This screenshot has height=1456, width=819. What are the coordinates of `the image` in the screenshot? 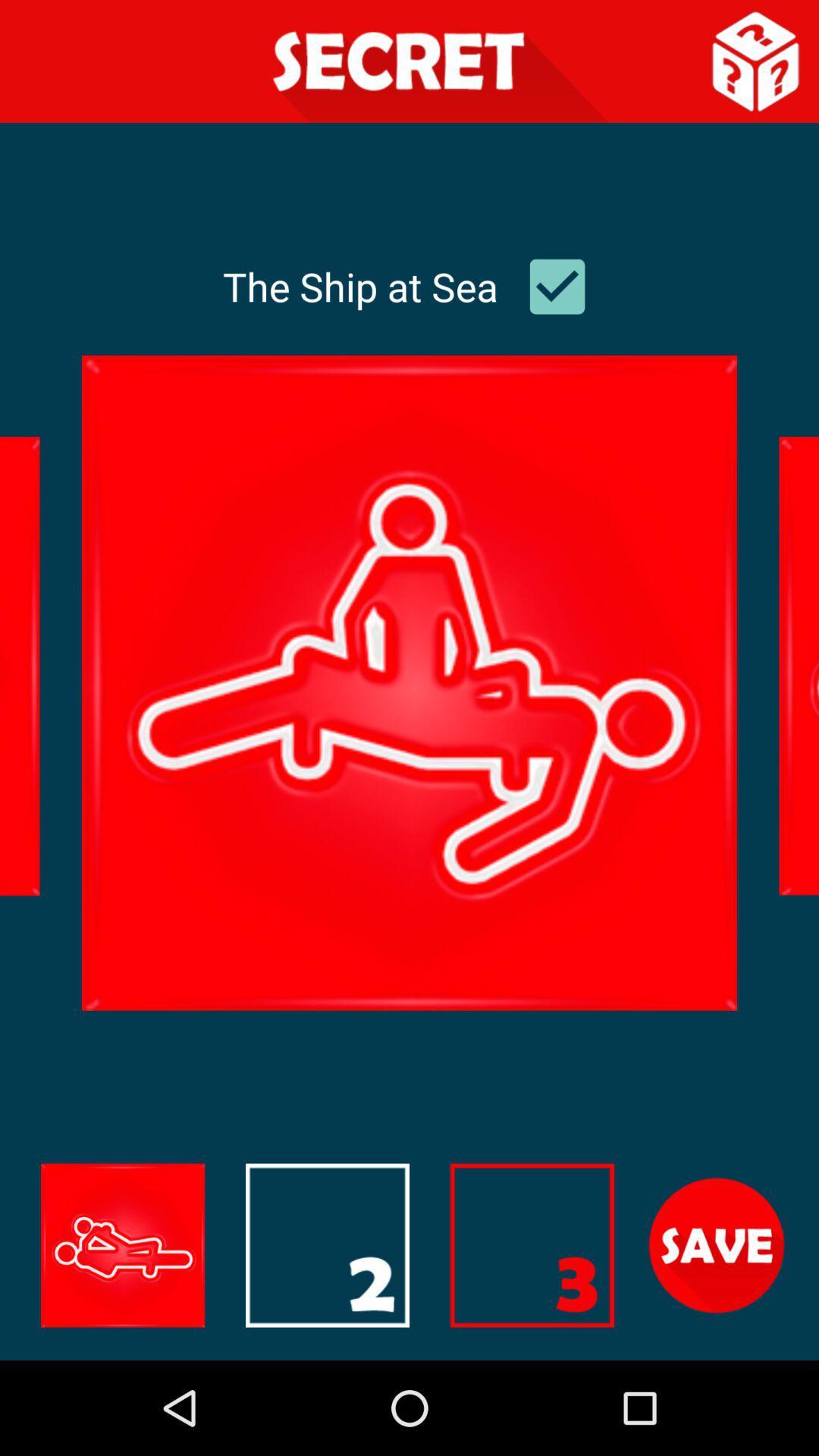 It's located at (532, 1245).